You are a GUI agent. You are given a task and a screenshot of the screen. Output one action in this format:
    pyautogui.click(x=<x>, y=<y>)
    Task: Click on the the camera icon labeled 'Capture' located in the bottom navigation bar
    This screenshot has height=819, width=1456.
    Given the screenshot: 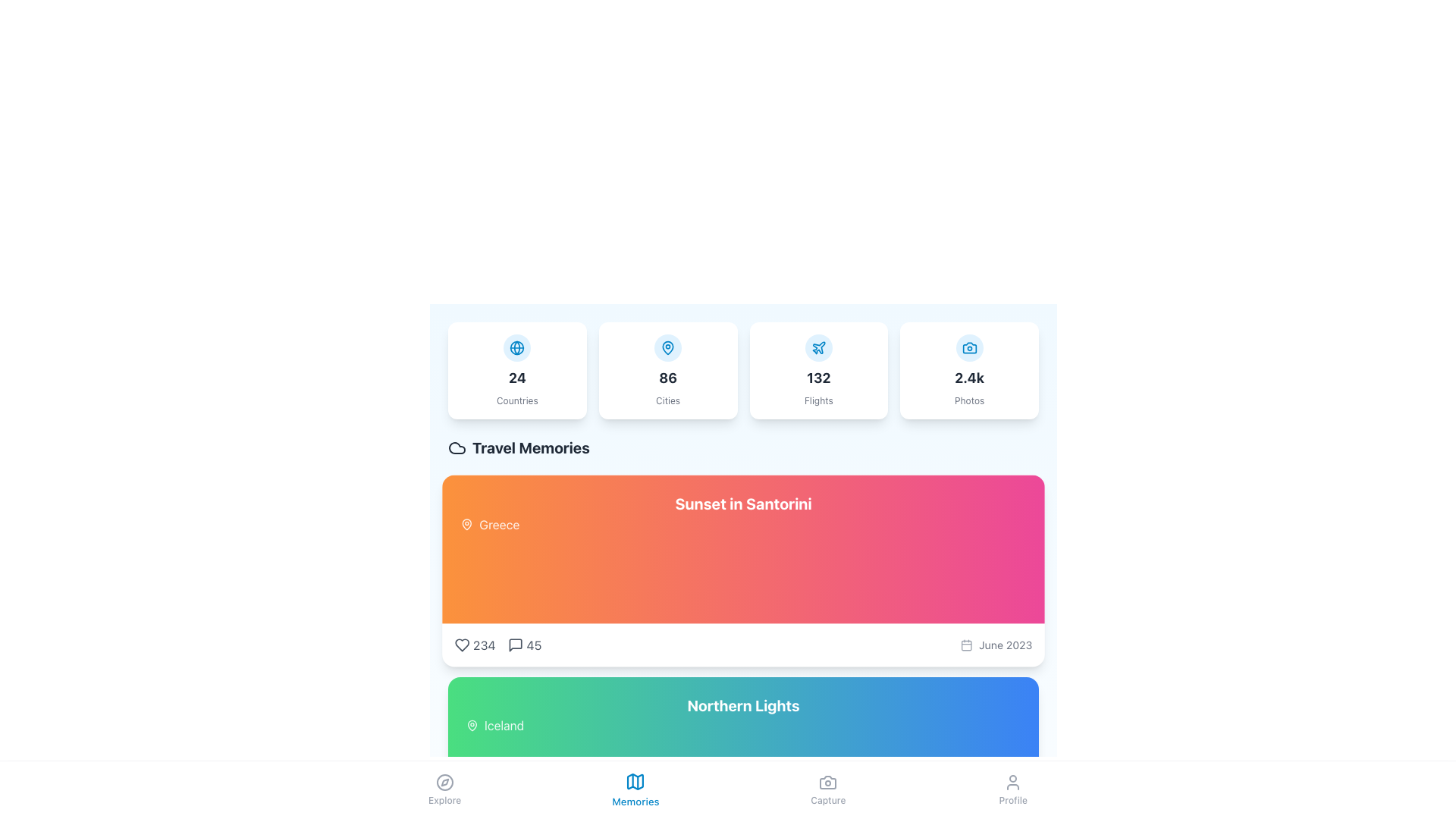 What is the action you would take?
    pyautogui.click(x=827, y=783)
    